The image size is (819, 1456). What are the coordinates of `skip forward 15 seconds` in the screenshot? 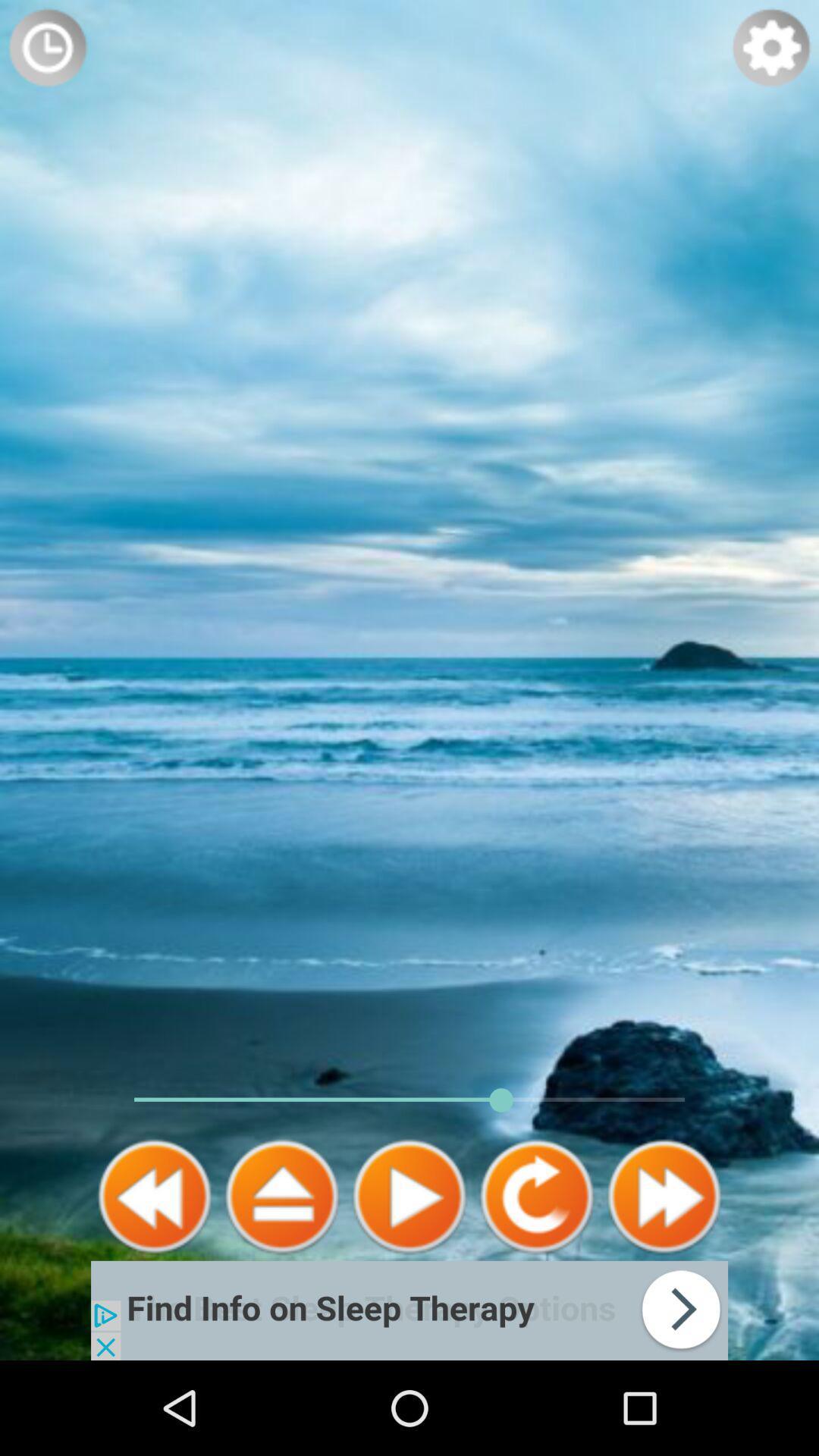 It's located at (536, 1196).